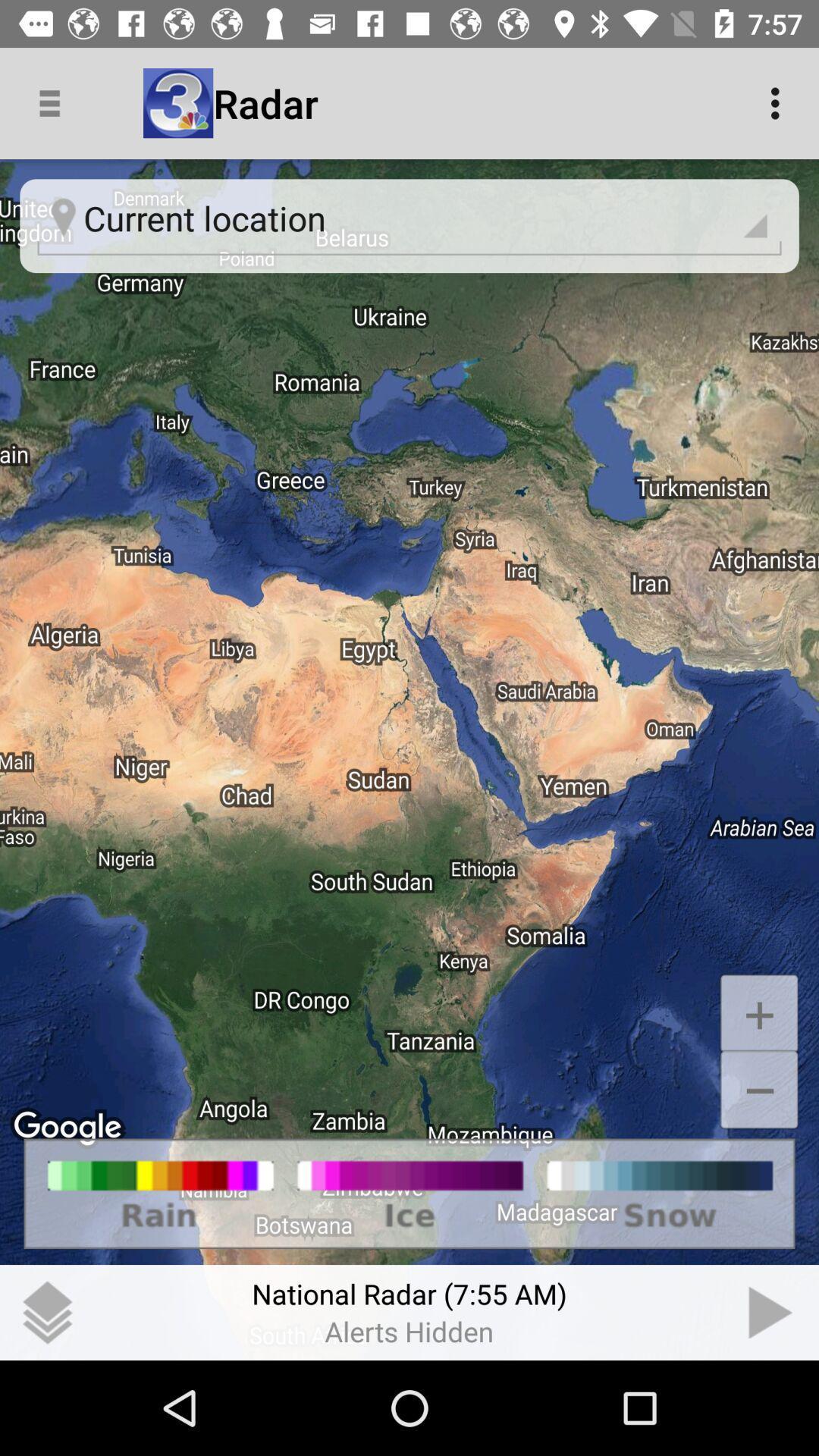 The height and width of the screenshot is (1456, 819). I want to click on go forward in time, so click(771, 1312).